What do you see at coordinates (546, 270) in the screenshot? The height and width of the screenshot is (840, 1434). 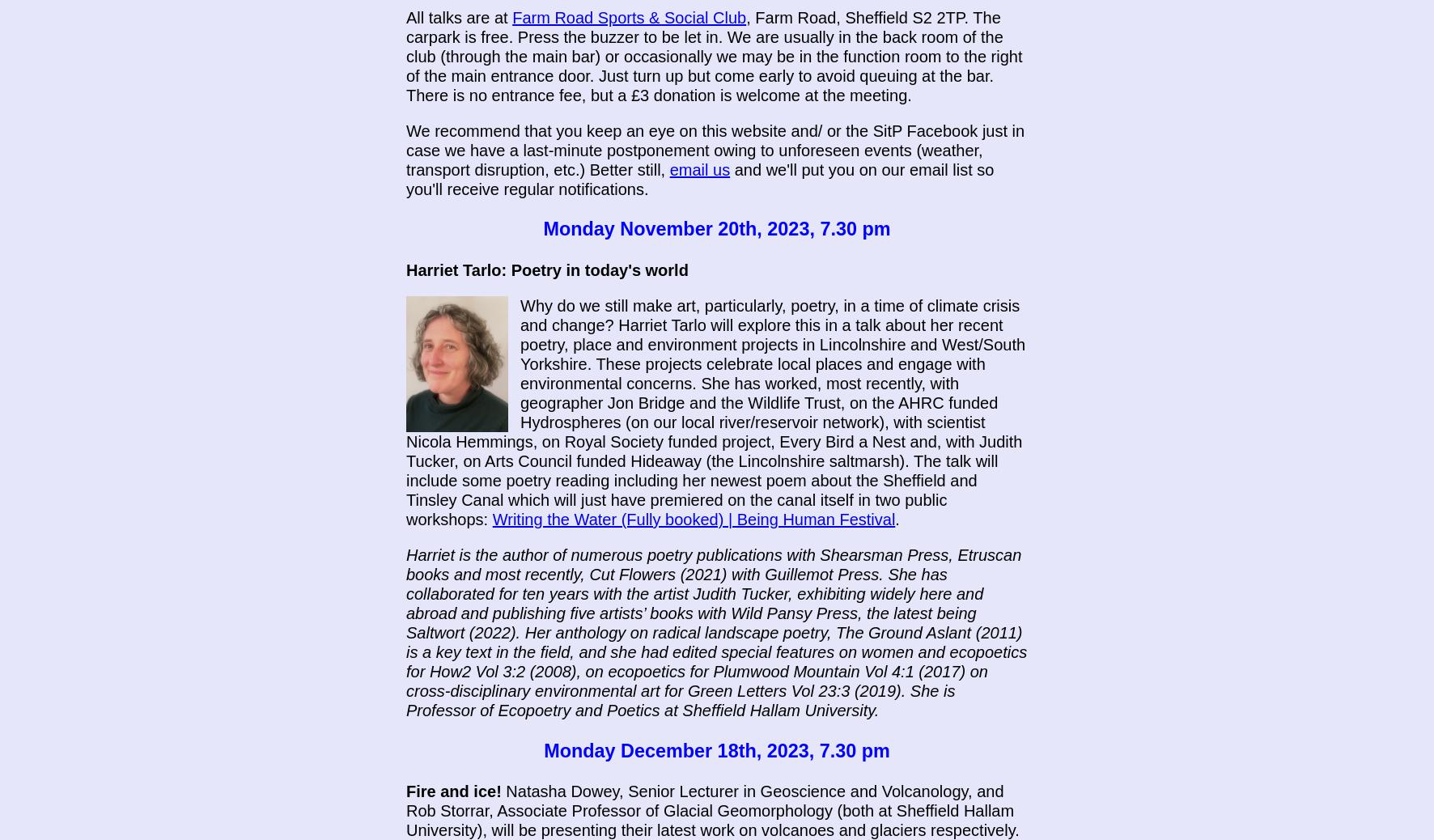 I see `'Harriet Tarlo: Poetry in today's world'` at bounding box center [546, 270].